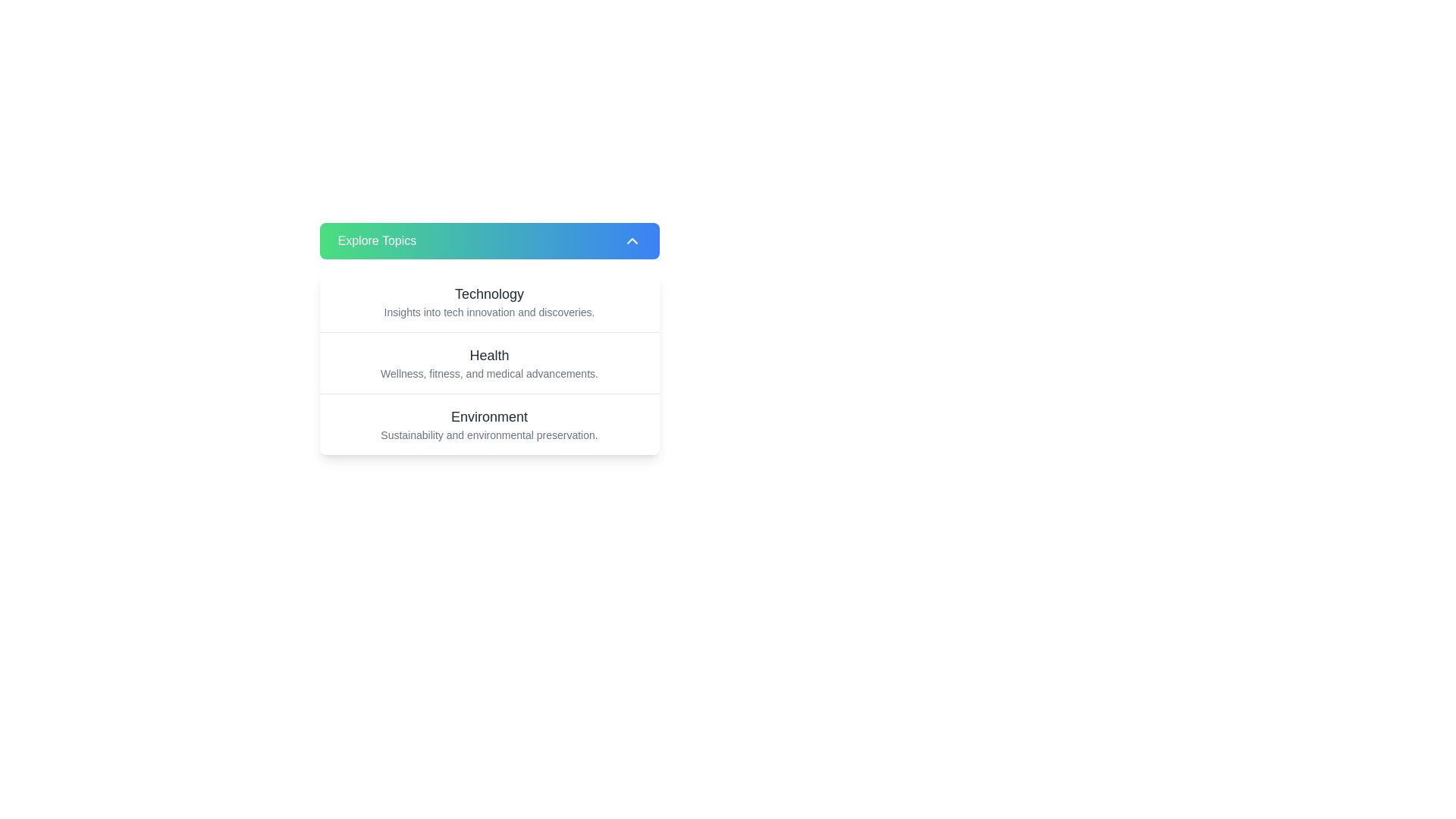 Image resolution: width=1456 pixels, height=819 pixels. Describe the element at coordinates (489, 424) in the screenshot. I see `the 'Environment' card in the 'Explore Topics' pop-up menu` at that location.